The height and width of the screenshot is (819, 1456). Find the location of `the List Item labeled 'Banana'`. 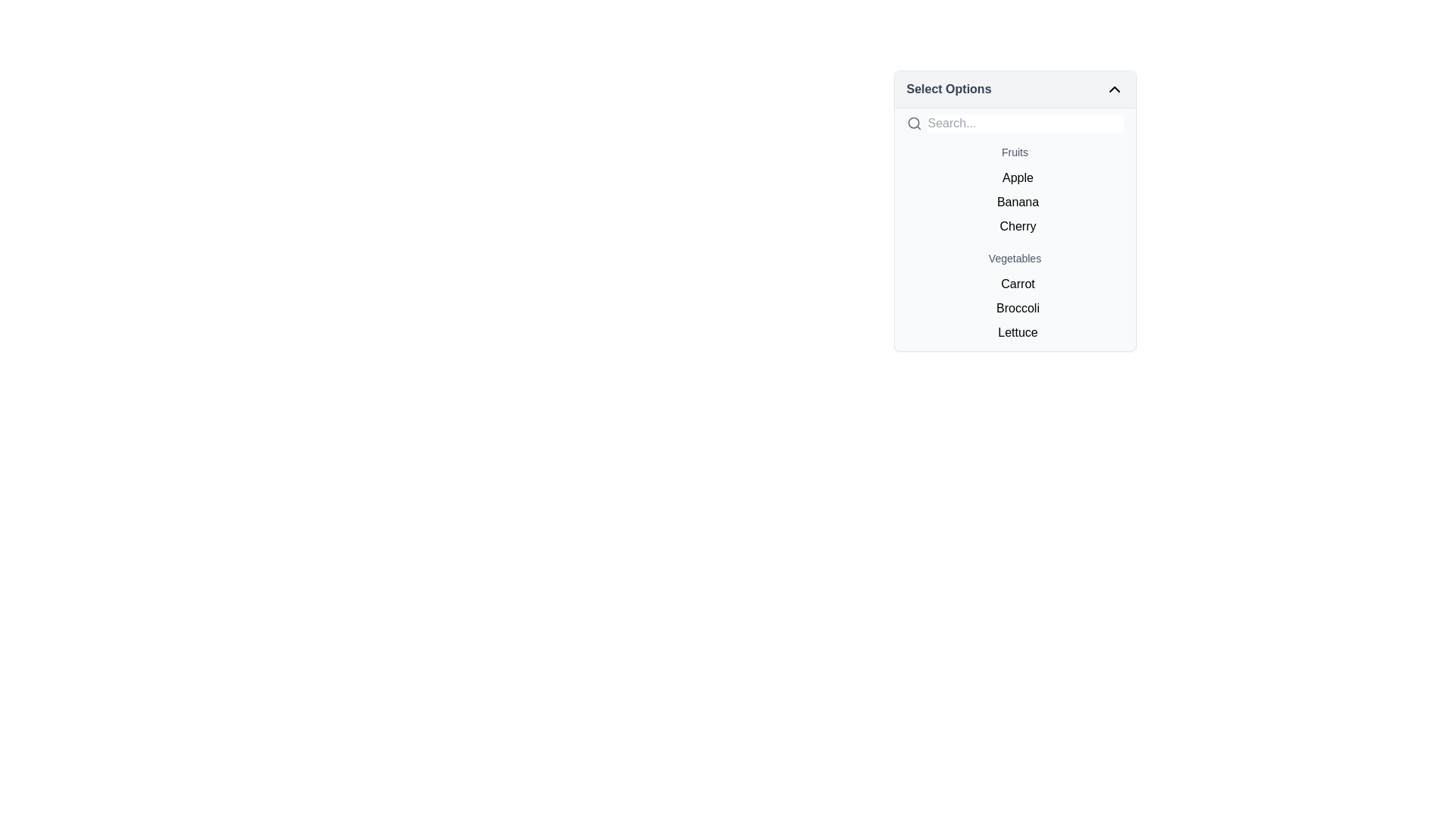

the List Item labeled 'Banana' is located at coordinates (1015, 211).